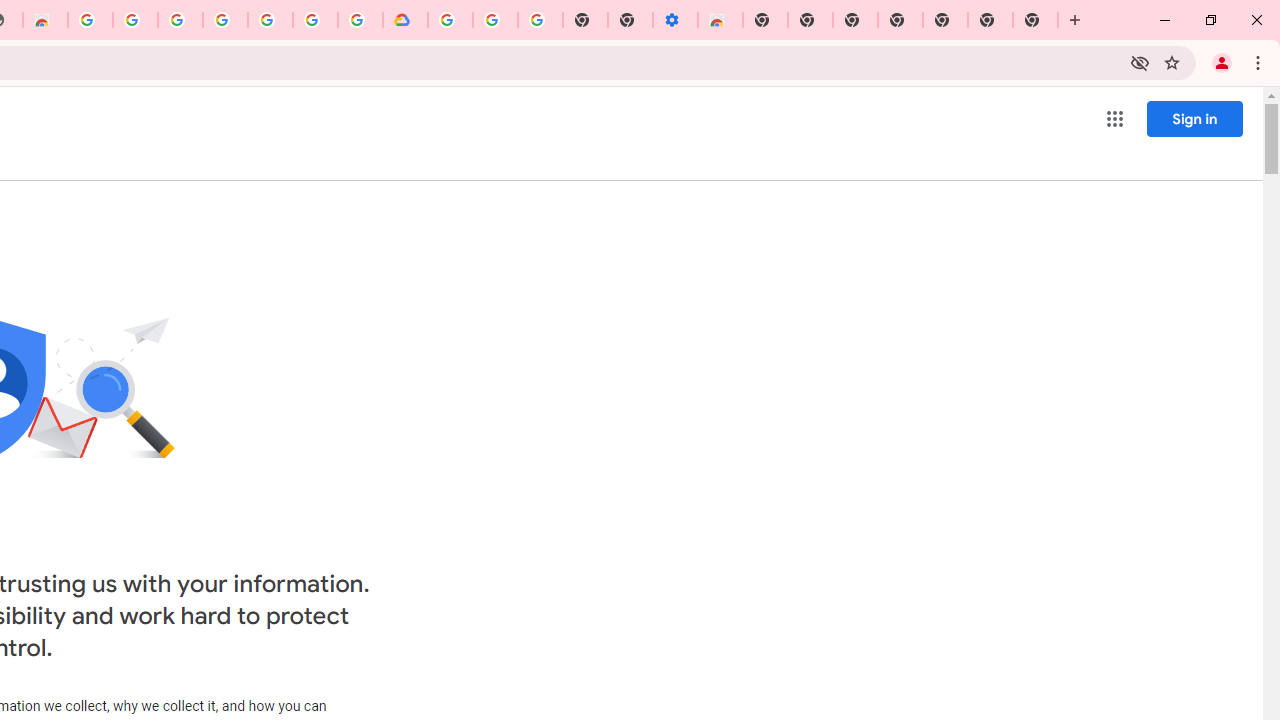  What do you see at coordinates (134, 20) in the screenshot?
I see `'Ad Settings'` at bounding box center [134, 20].